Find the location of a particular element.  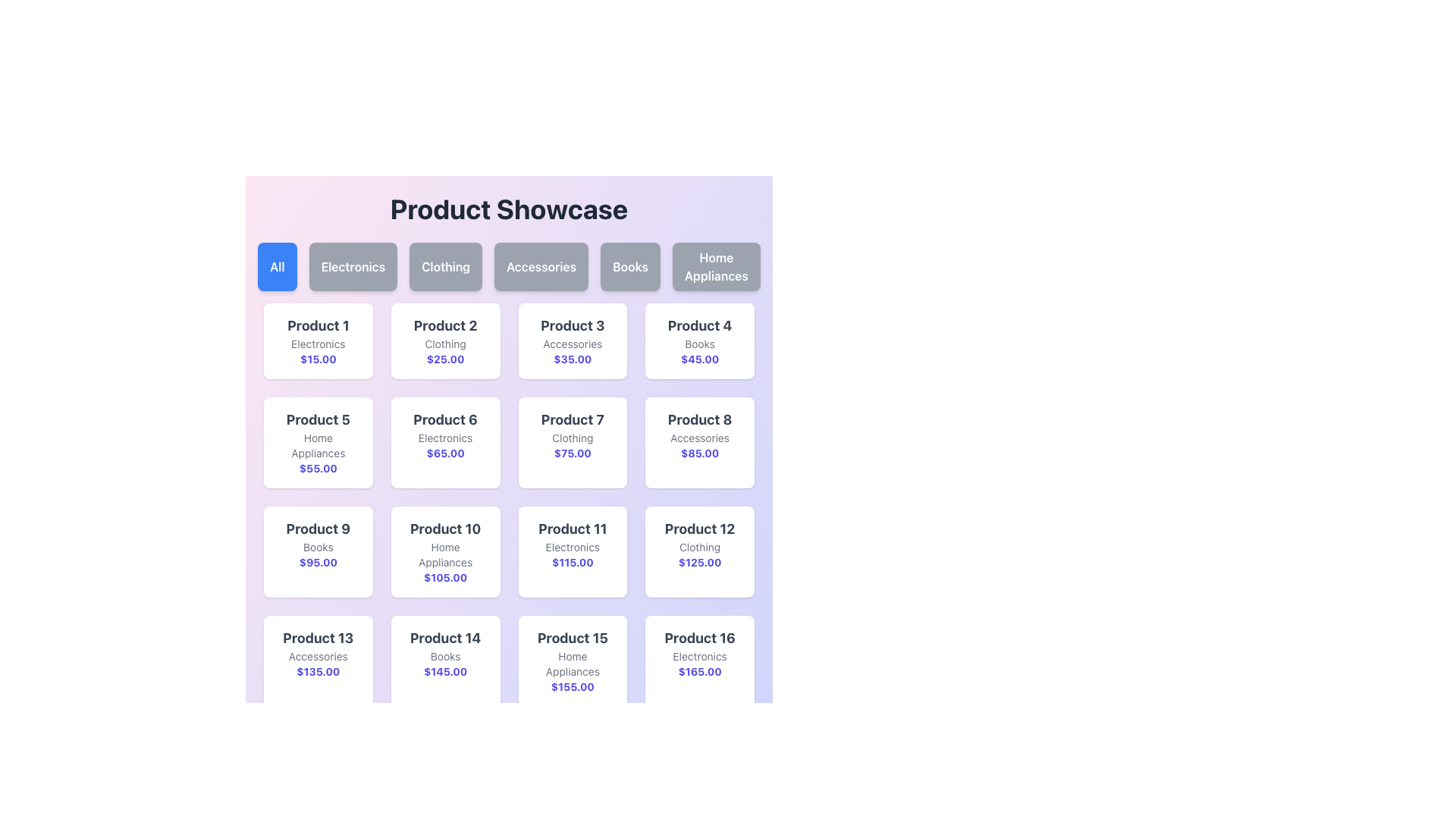

the text label displaying 'Accessories', which is a small gray text centered within a card below the 'Product 3' title and above the '$35.00' price label is located at coordinates (572, 344).